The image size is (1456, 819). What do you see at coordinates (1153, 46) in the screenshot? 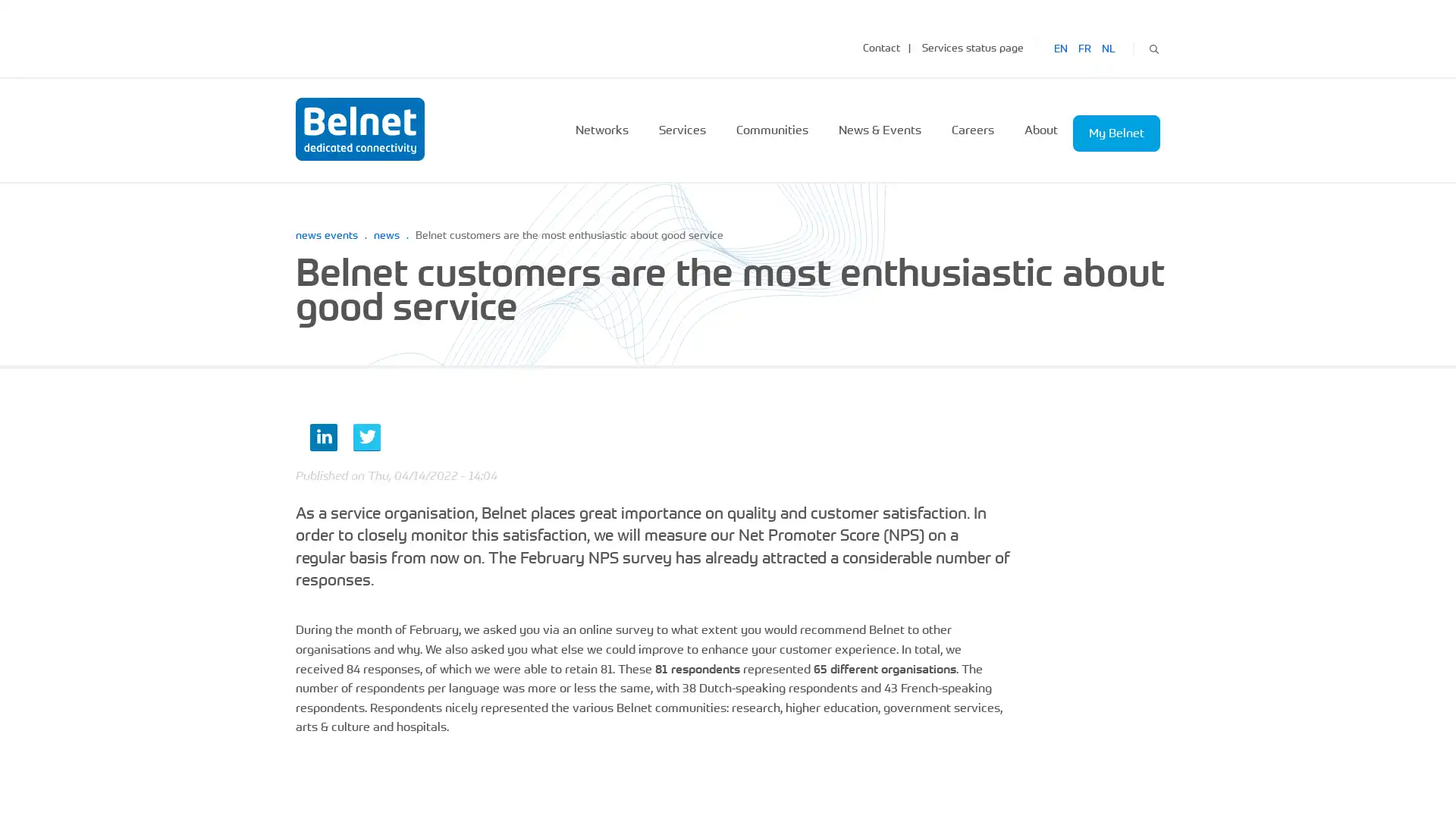
I see `Search` at bounding box center [1153, 46].